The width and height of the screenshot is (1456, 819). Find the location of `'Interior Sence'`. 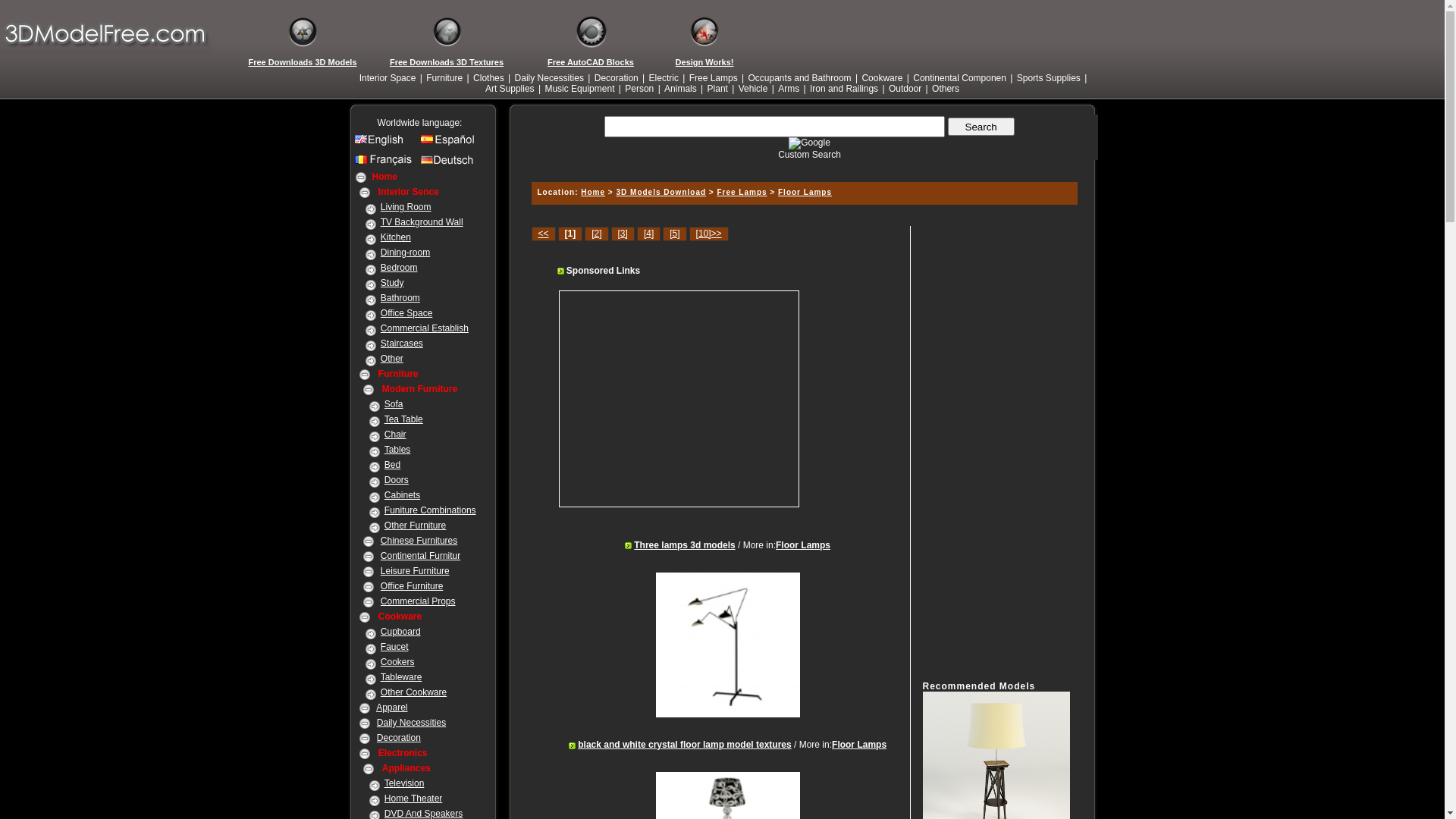

'Interior Sence' is located at coordinates (408, 191).